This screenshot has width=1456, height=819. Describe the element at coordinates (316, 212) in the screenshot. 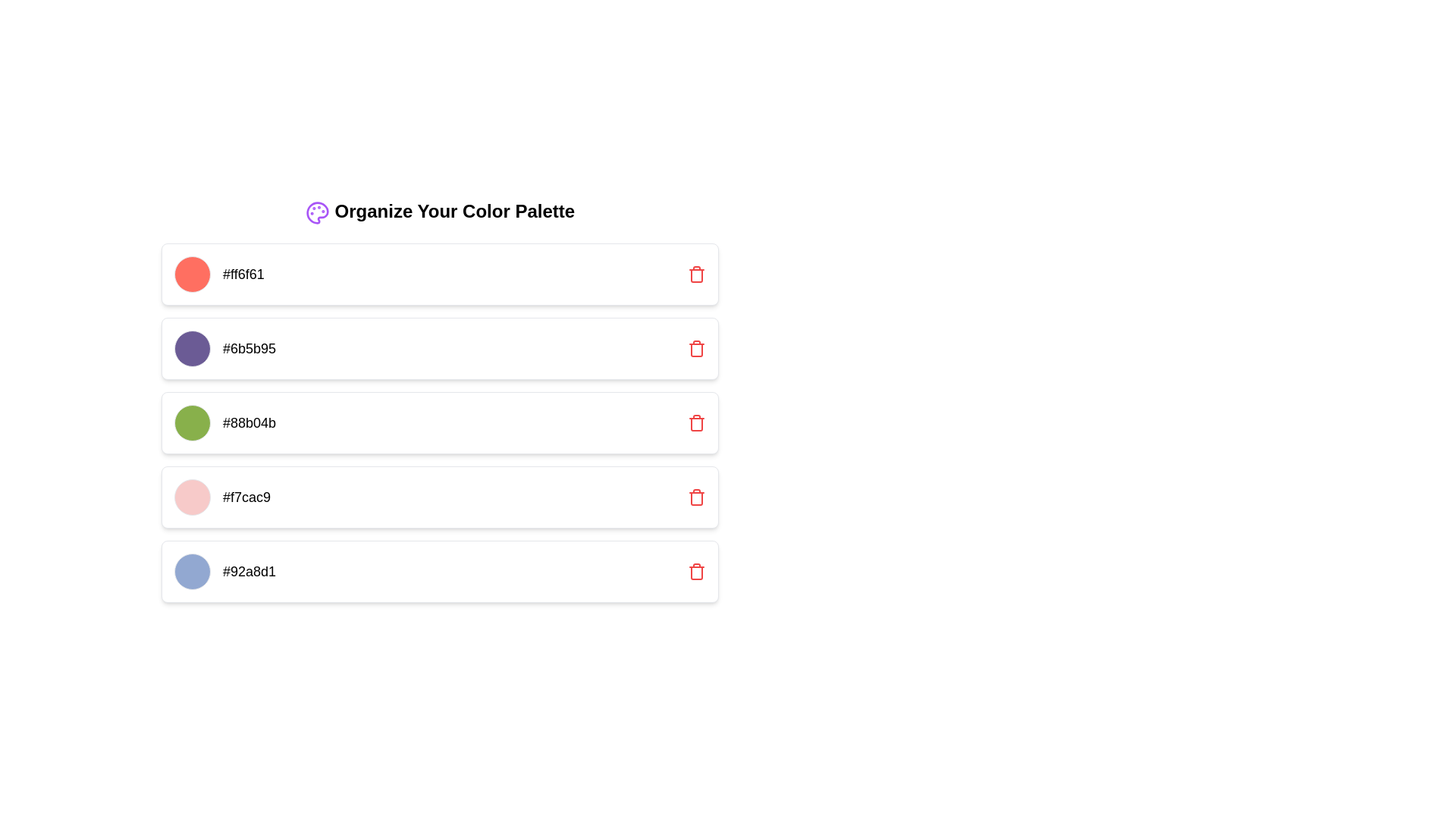

I see `the decorative and identifying icon located to the left of the text 'Organize Your Color Palette'` at that location.